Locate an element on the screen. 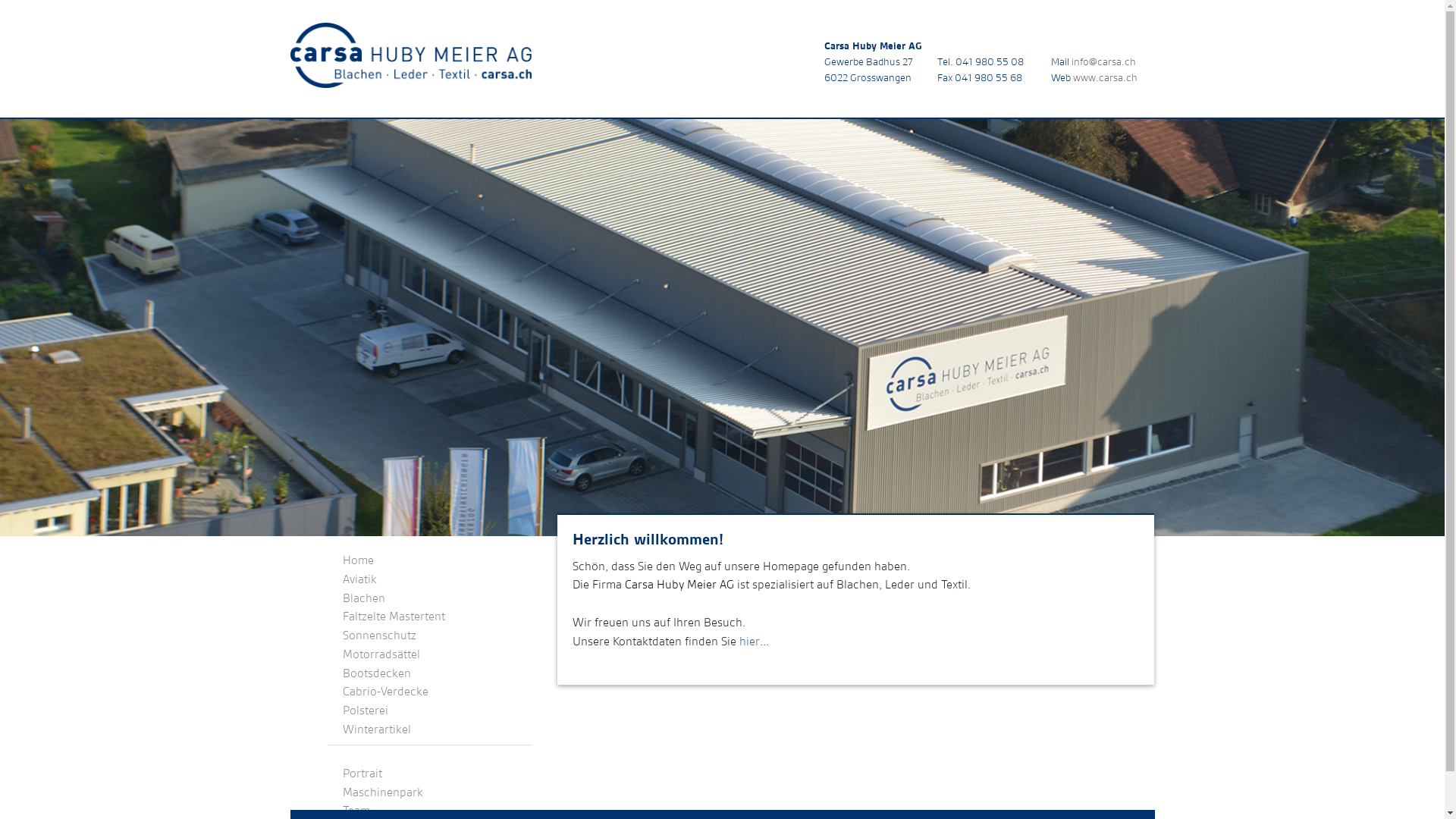  'Home' is located at coordinates (357, 560).